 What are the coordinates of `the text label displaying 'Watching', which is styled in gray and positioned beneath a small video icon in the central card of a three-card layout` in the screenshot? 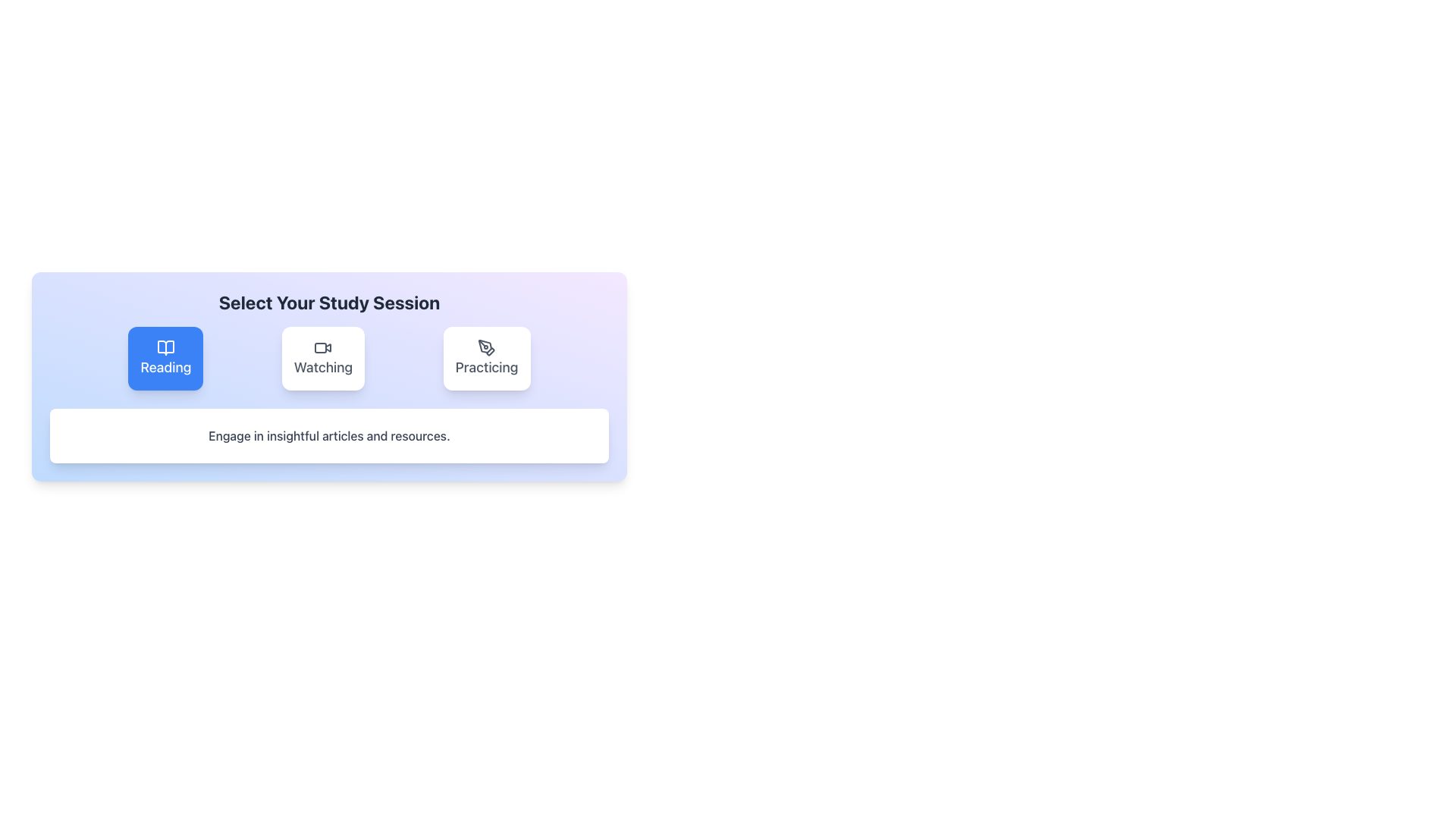 It's located at (322, 368).